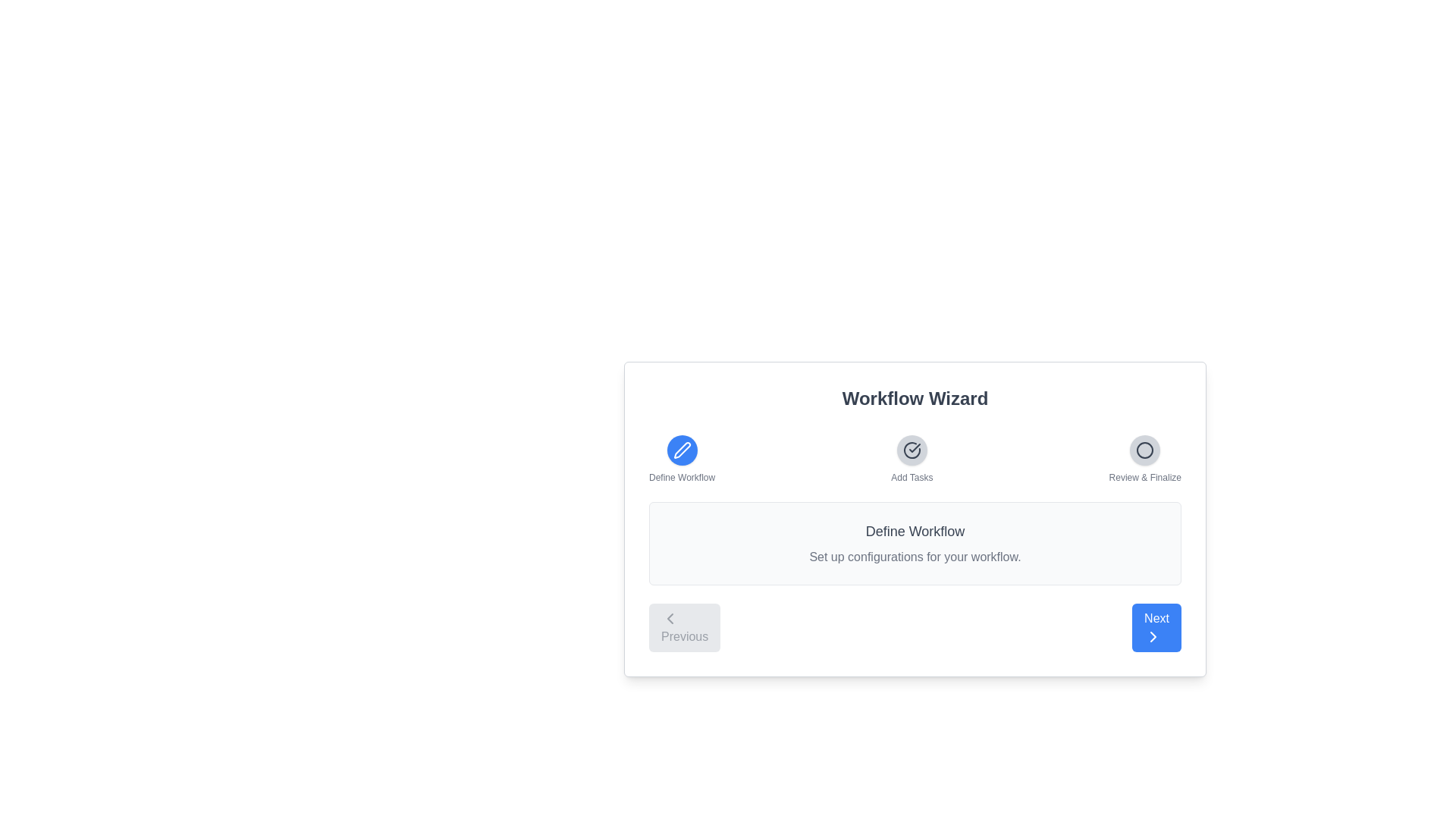 Image resolution: width=1456 pixels, height=819 pixels. What do you see at coordinates (1145, 450) in the screenshot?
I see `the Indicator icon in the 'Review & Finalize' section of the workflow wizard, which serves as a visual marker for the current or selectable step` at bounding box center [1145, 450].